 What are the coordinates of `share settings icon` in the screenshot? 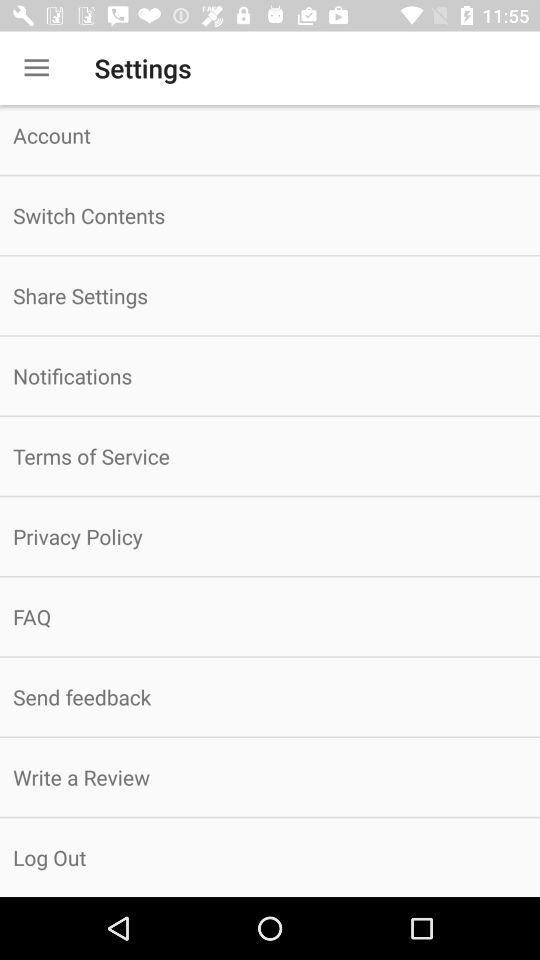 It's located at (270, 294).